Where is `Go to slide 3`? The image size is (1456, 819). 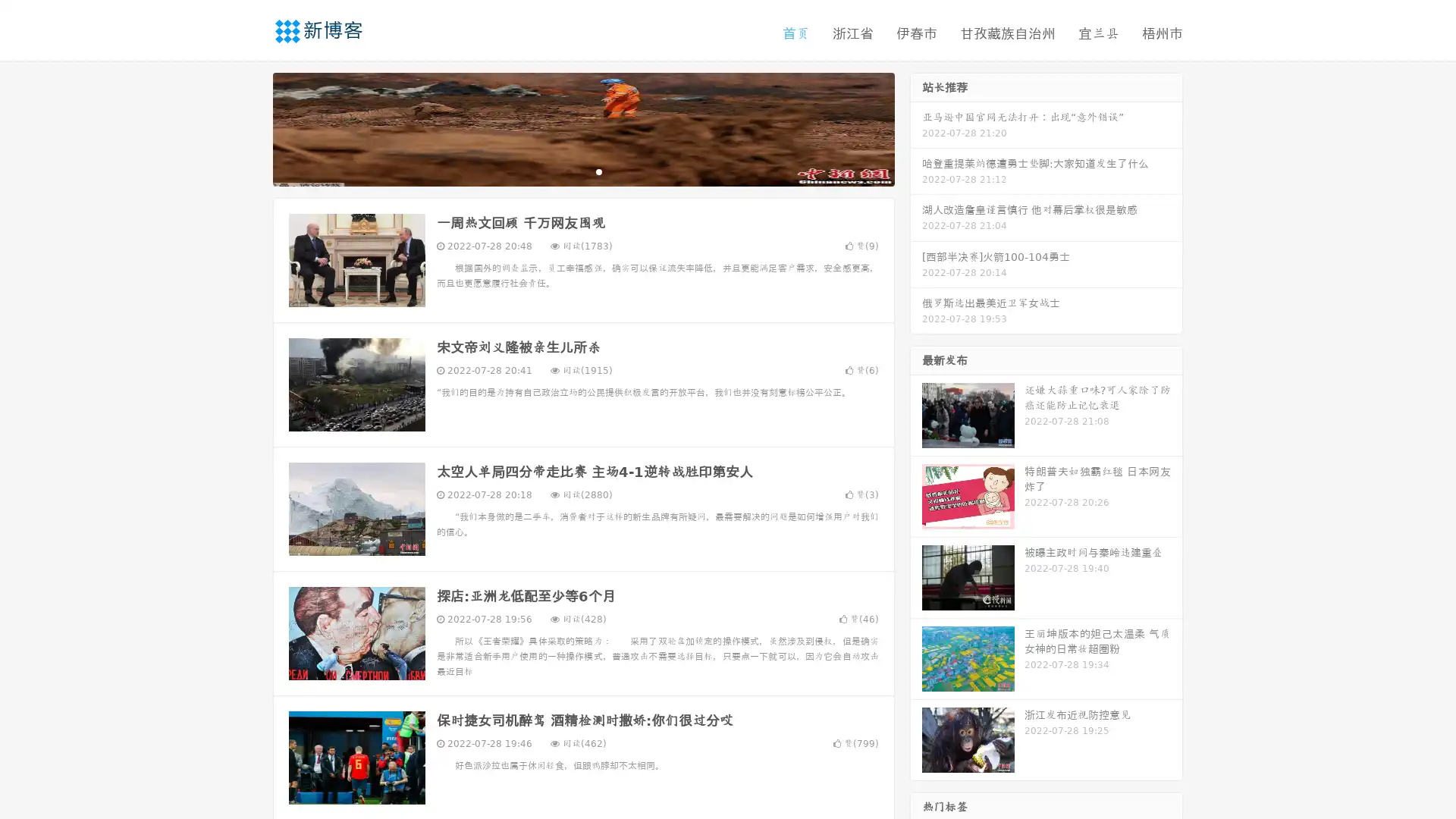 Go to slide 3 is located at coordinates (598, 171).